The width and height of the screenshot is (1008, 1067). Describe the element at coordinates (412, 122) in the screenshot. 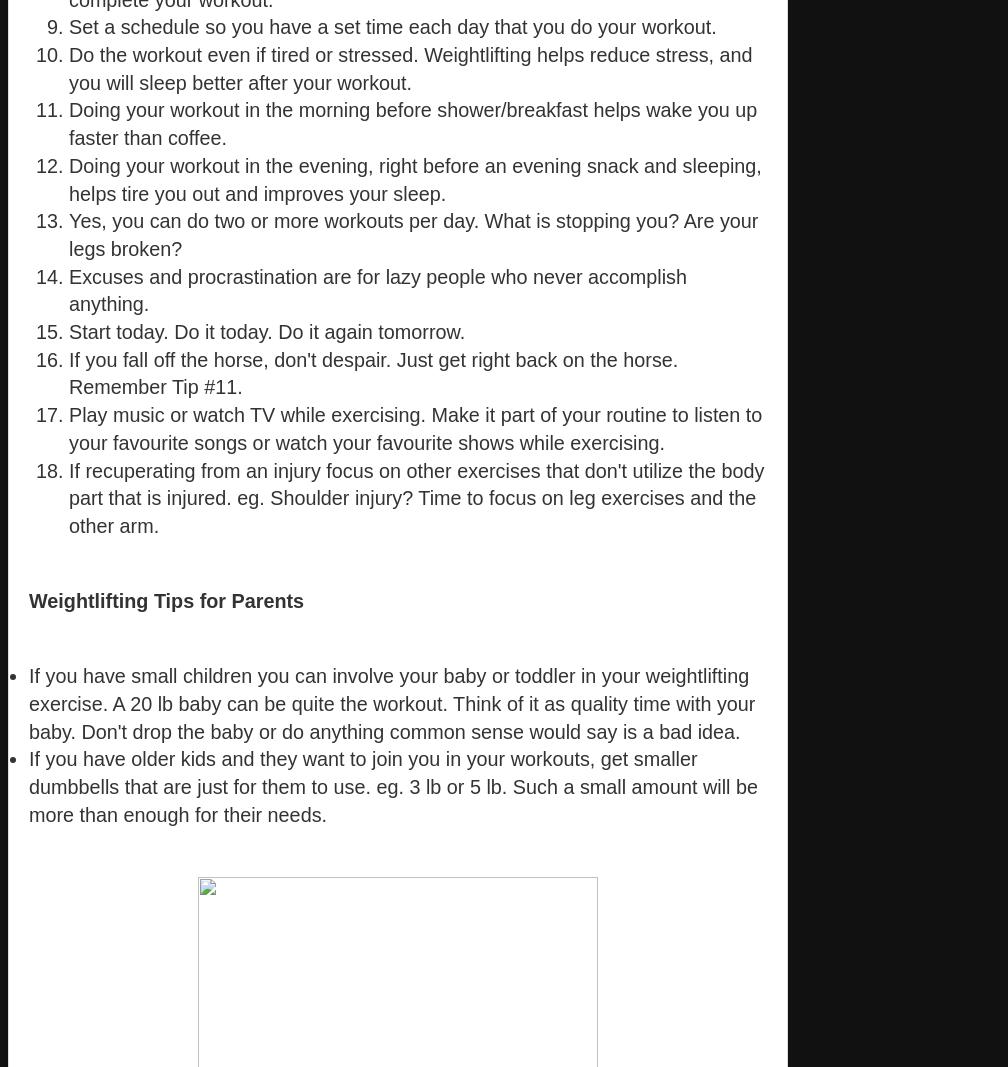

I see `'Doing your workout in the morning before shower/breakfast helps wake you up faster than coffee.'` at that location.